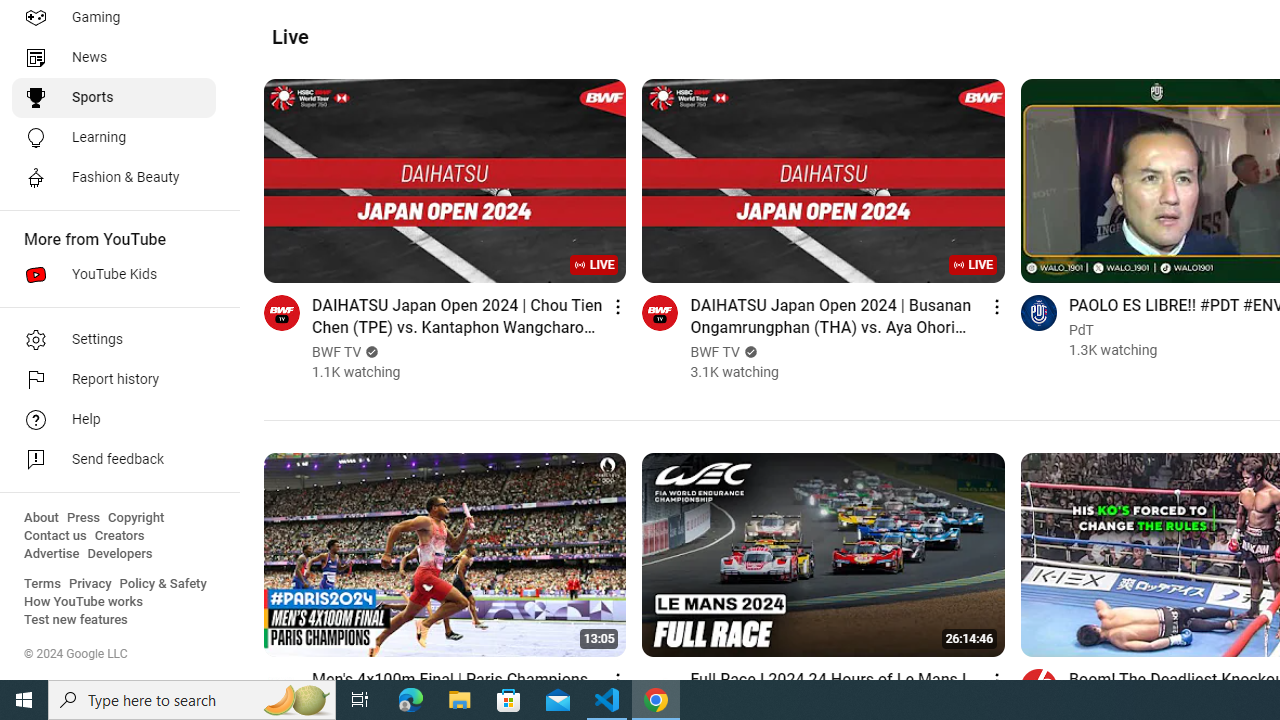 The image size is (1280, 720). Describe the element at coordinates (112, 460) in the screenshot. I see `'Send feedback'` at that location.